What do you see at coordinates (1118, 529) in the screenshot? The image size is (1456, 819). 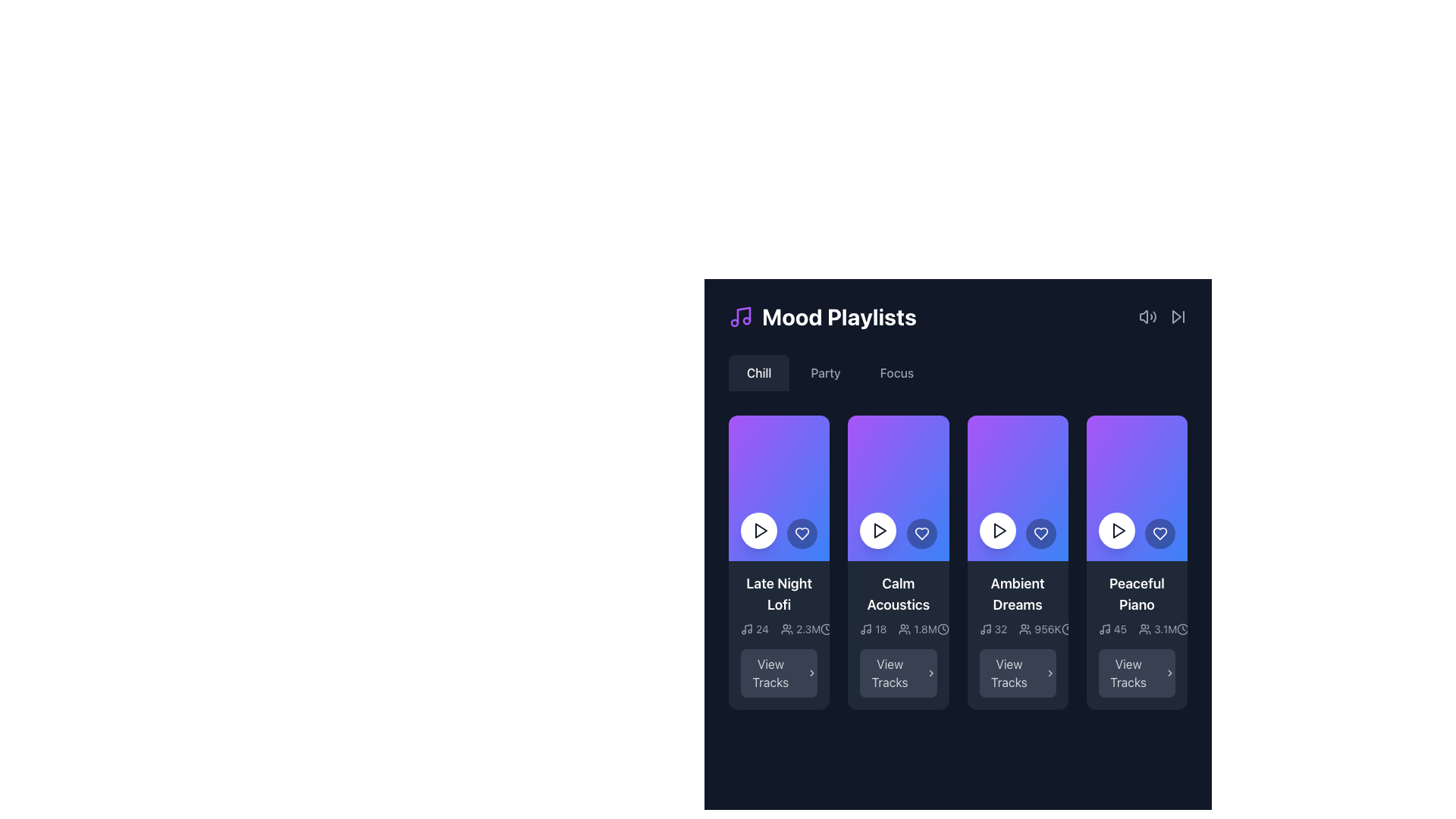 I see `the triangular play icon with a hollow outline located in the circular button at the top center of the card labeled 'Peaceful Piano' for potential tooltip or visual feedback` at bounding box center [1118, 529].